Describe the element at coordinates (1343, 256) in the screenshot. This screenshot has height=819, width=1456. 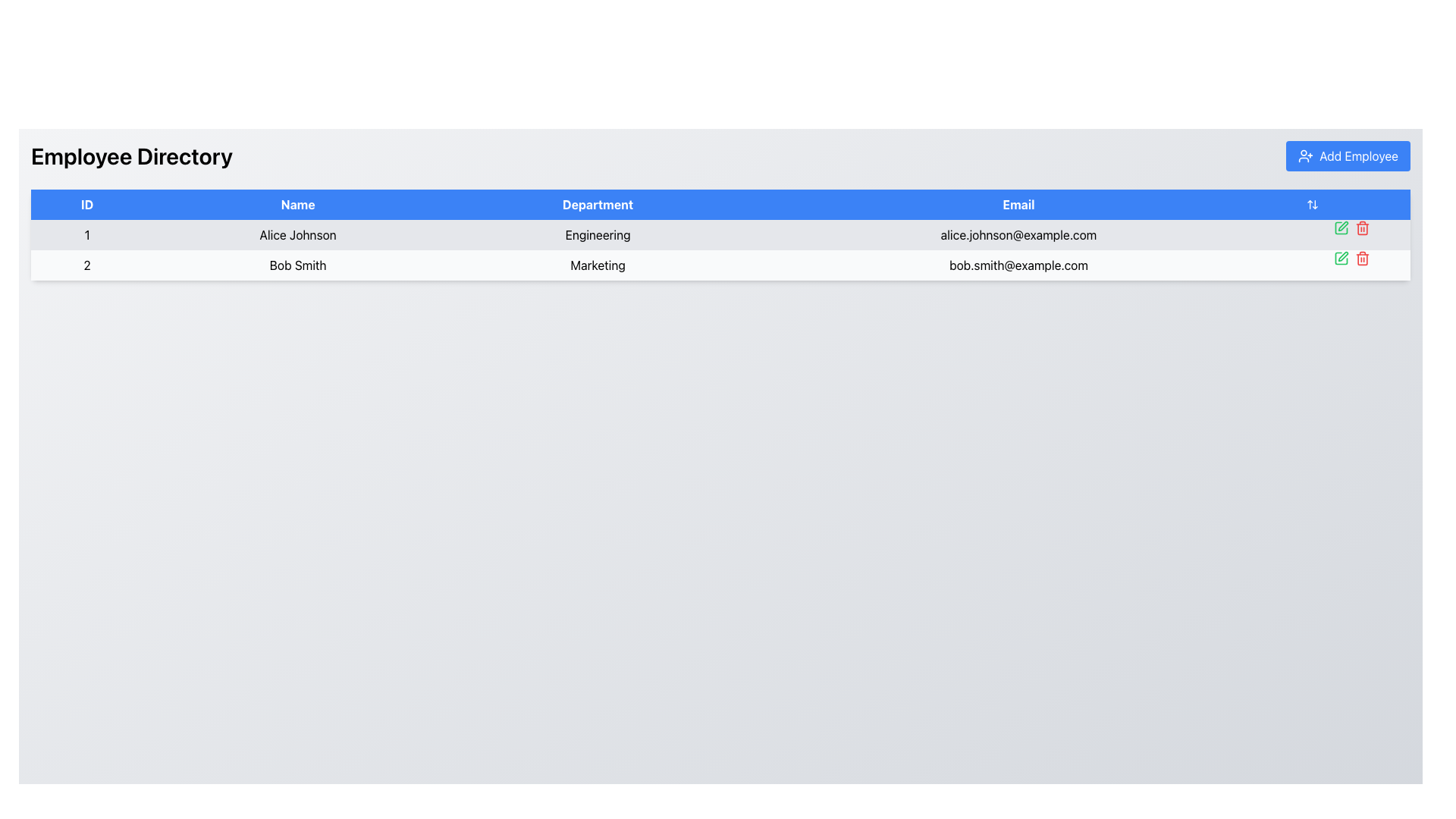
I see `the edit icon button located in the second row of the table under the 'Actions' column` at that location.